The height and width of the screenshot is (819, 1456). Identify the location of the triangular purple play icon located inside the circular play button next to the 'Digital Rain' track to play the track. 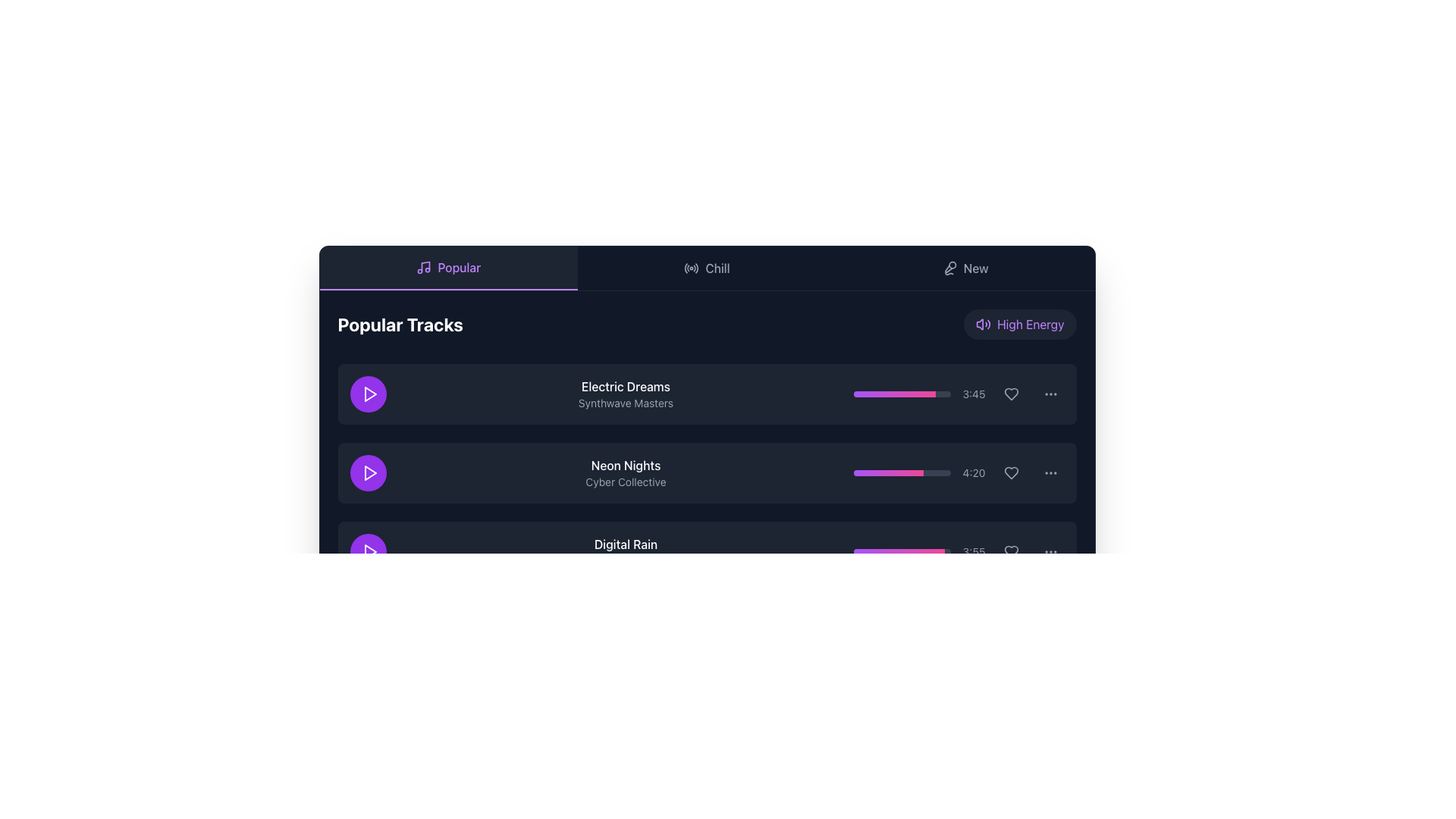
(370, 552).